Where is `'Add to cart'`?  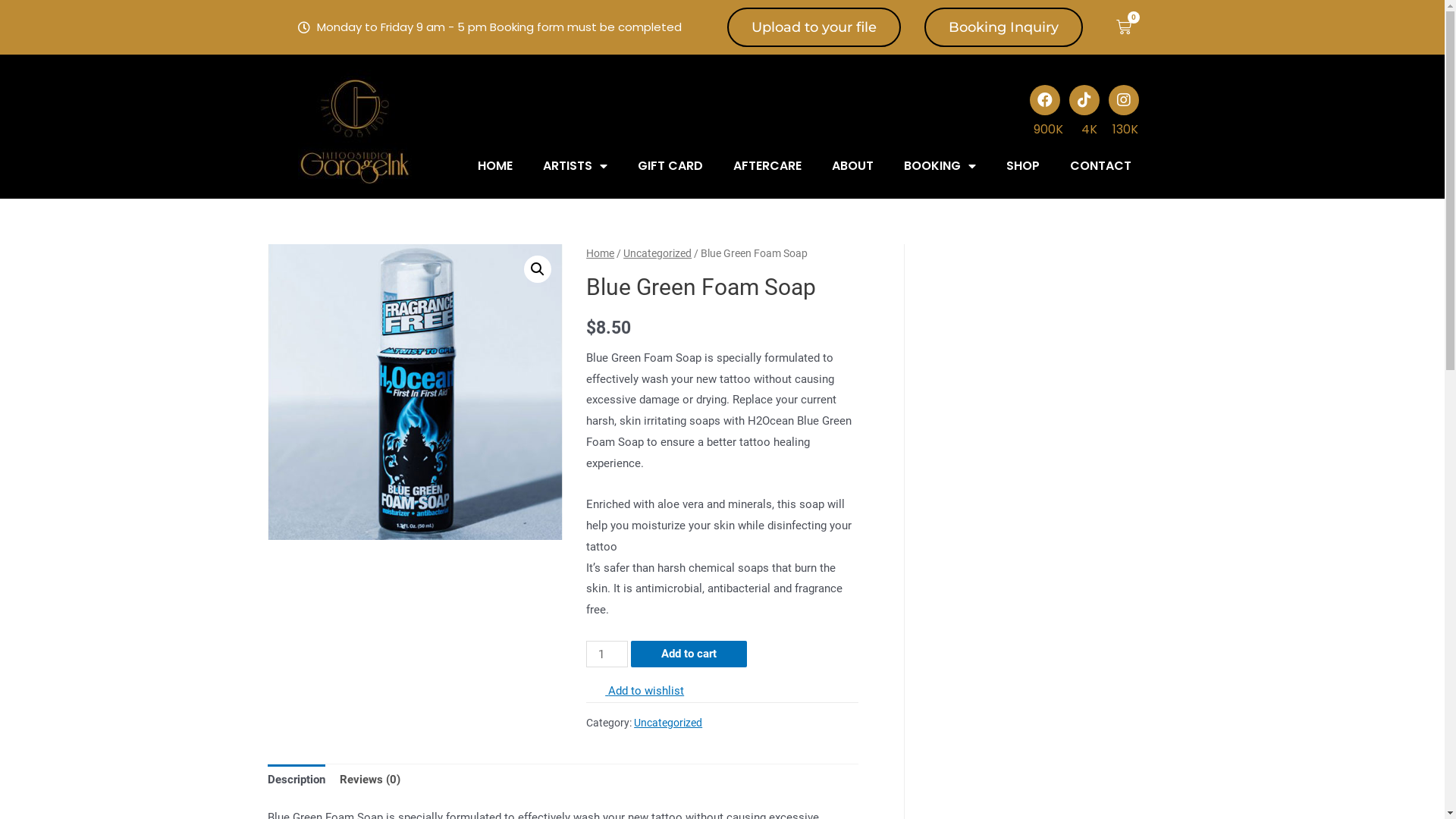
'Add to cart' is located at coordinates (688, 653).